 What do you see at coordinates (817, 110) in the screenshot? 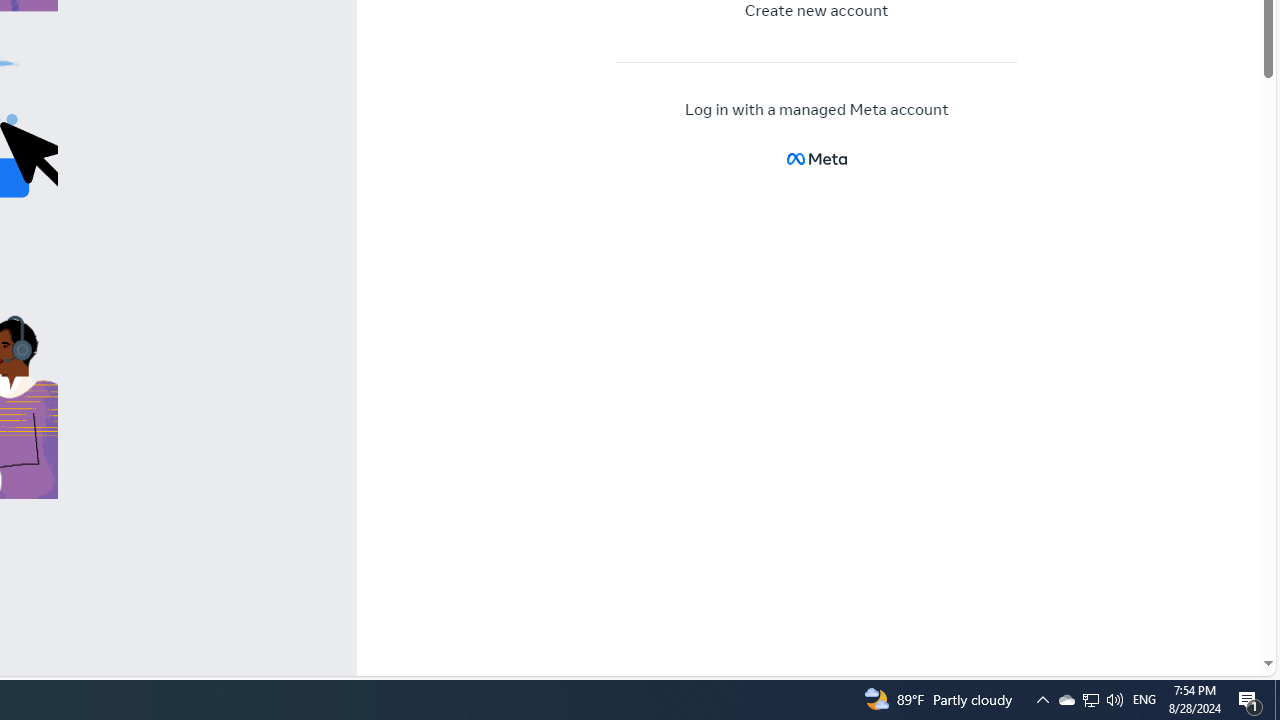
I see `'Log in with a managed Meta account'` at bounding box center [817, 110].